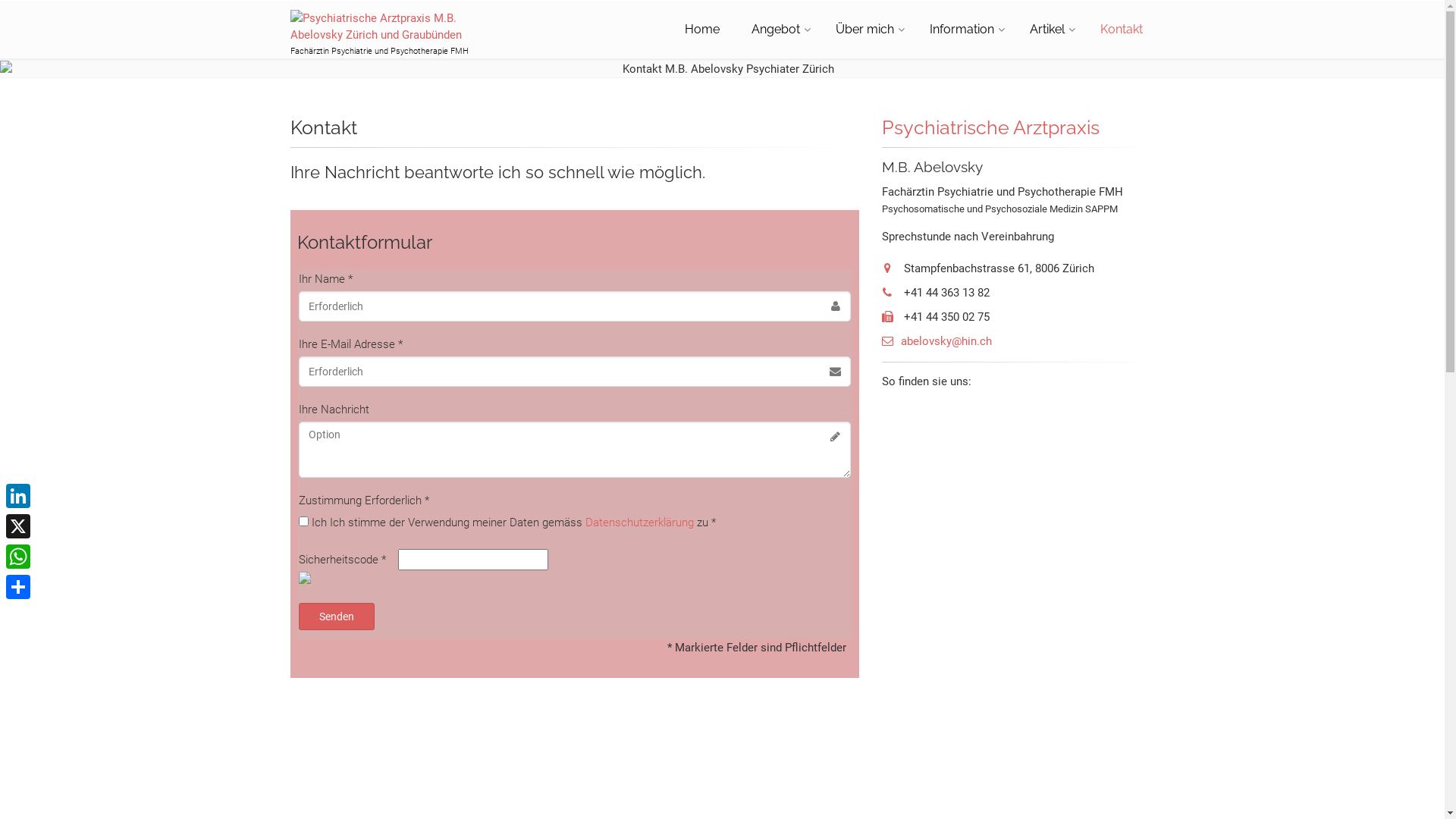  Describe the element at coordinates (1048, 29) in the screenshot. I see `'Artikel'` at that location.